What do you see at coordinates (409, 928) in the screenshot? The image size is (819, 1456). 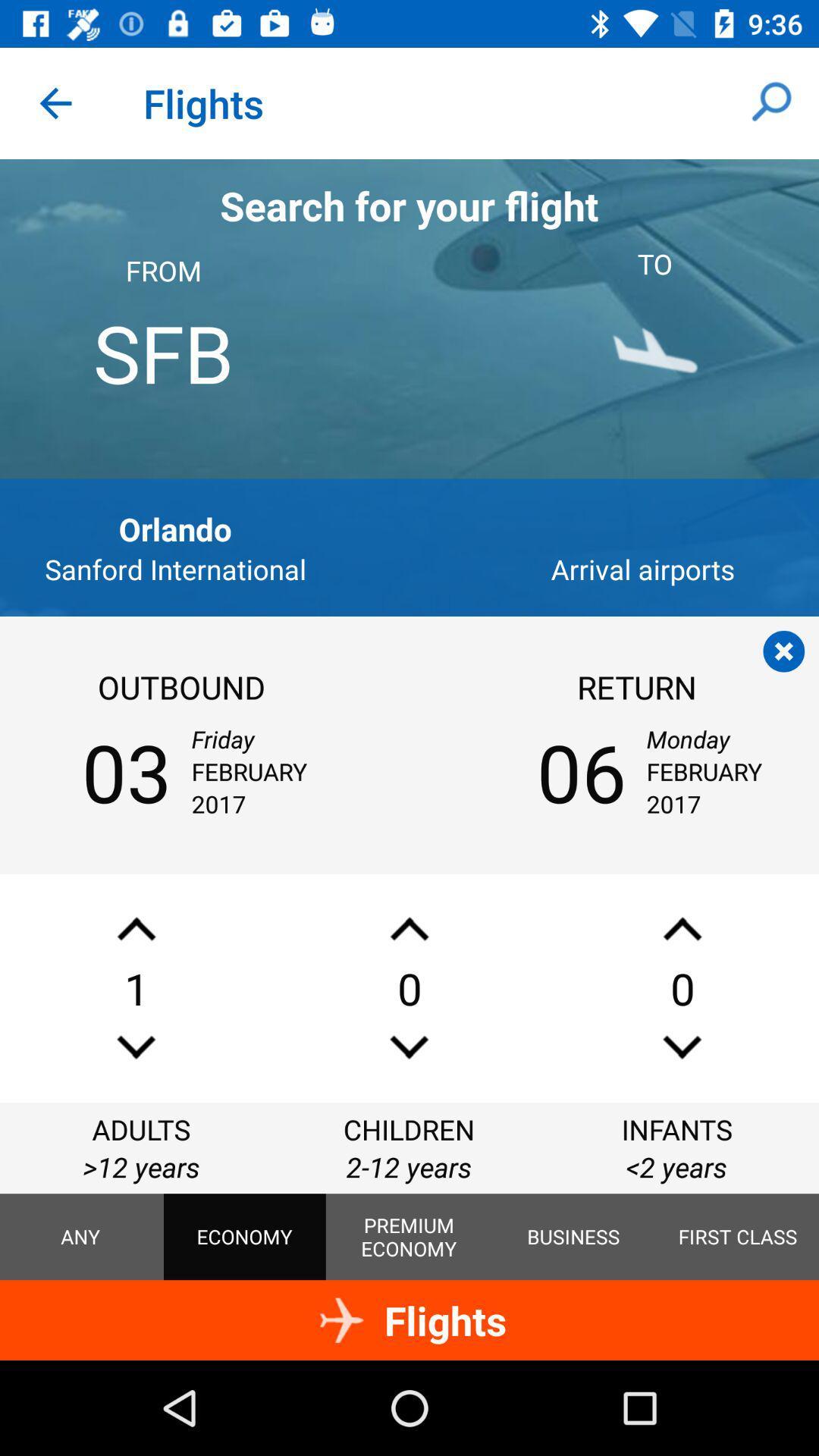 I see `children` at bounding box center [409, 928].